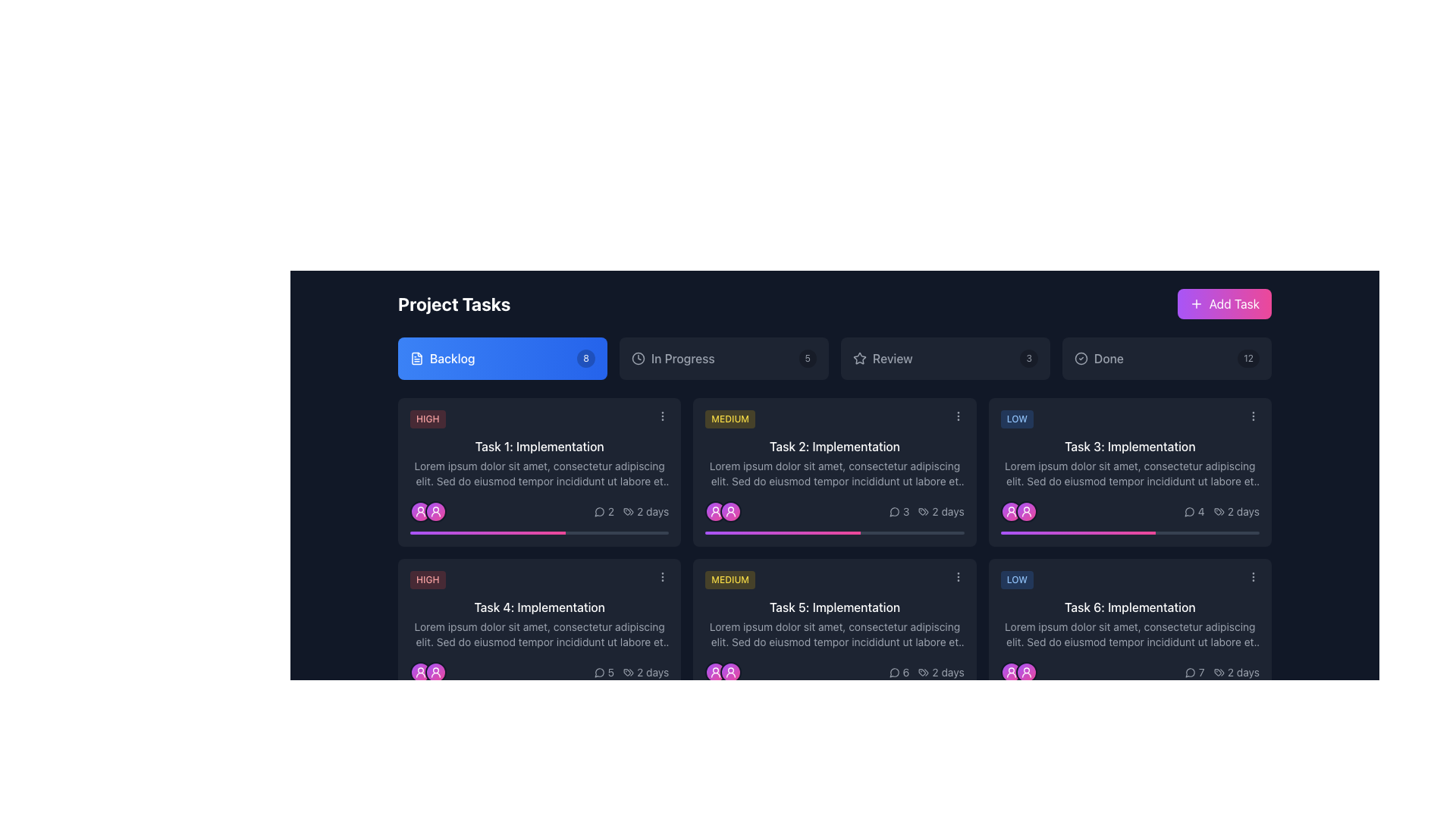  Describe the element at coordinates (1248, 359) in the screenshot. I see `the count indicator displaying the number of completed tasks (12) in the top-right corner of the 'Done' section, which is styled as a clickable panel` at that location.